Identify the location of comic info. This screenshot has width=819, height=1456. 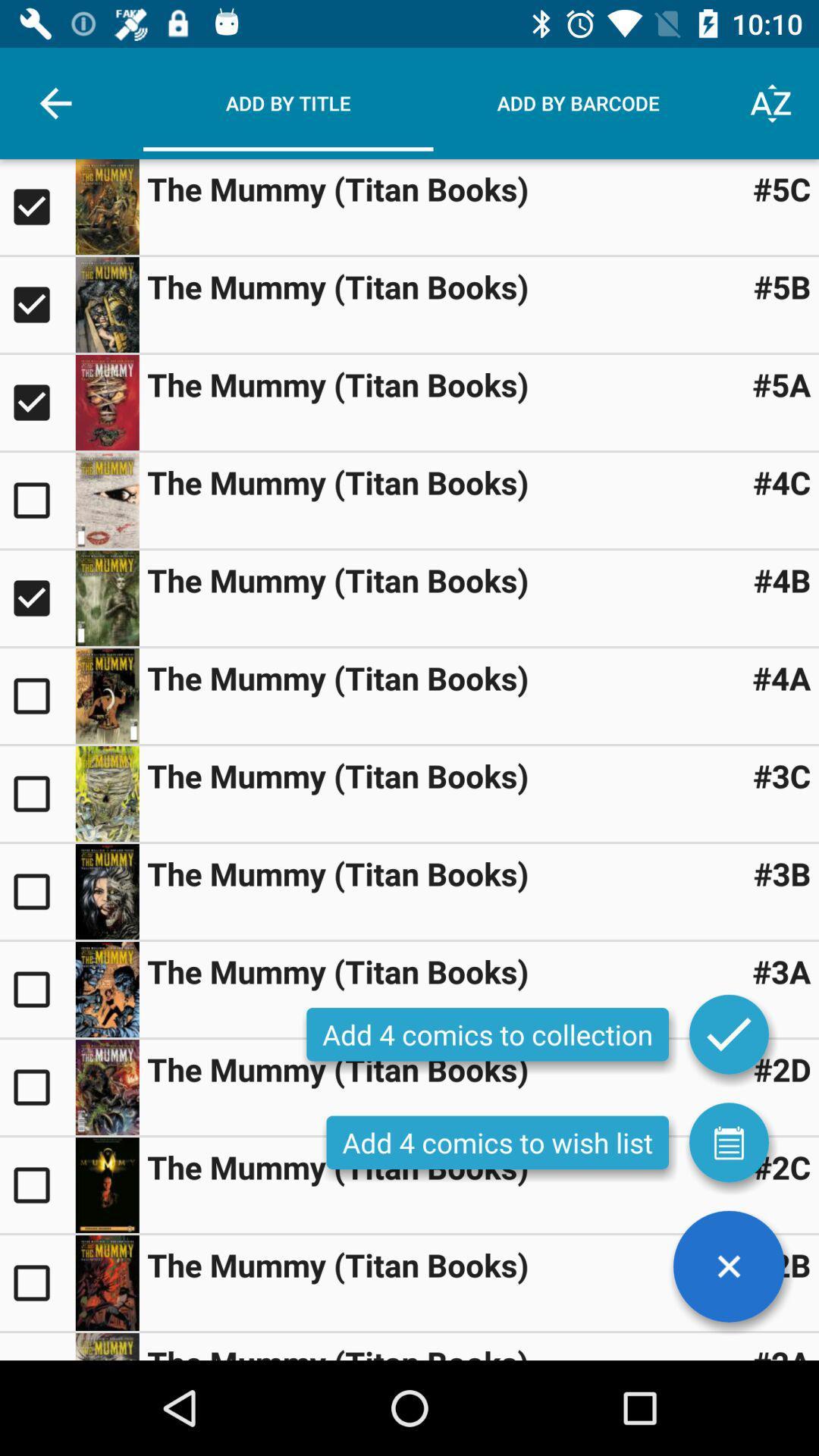
(106, 1282).